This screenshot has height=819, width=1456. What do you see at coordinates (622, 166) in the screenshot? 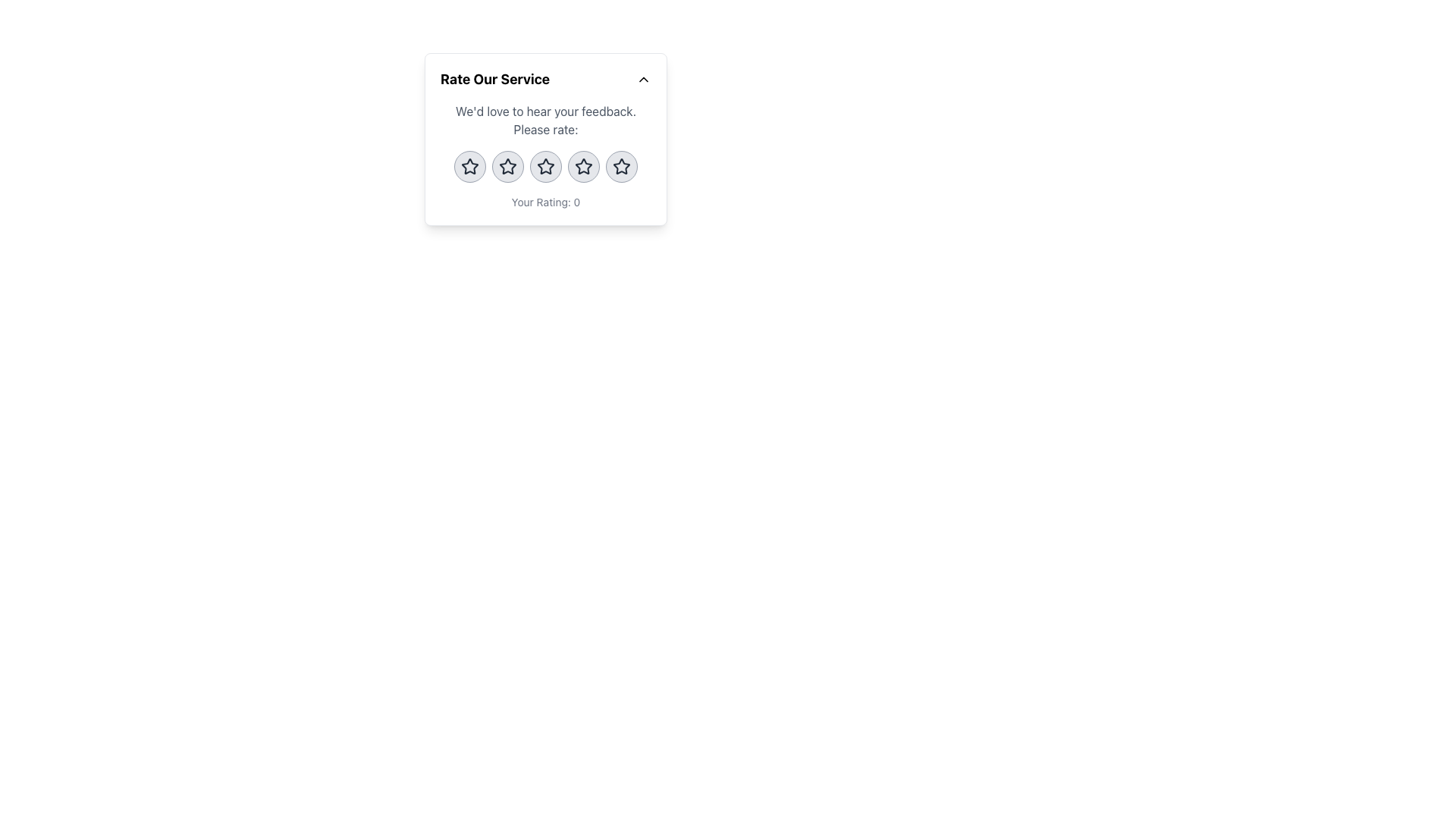
I see `the rightmost star icon used for rating services` at bounding box center [622, 166].